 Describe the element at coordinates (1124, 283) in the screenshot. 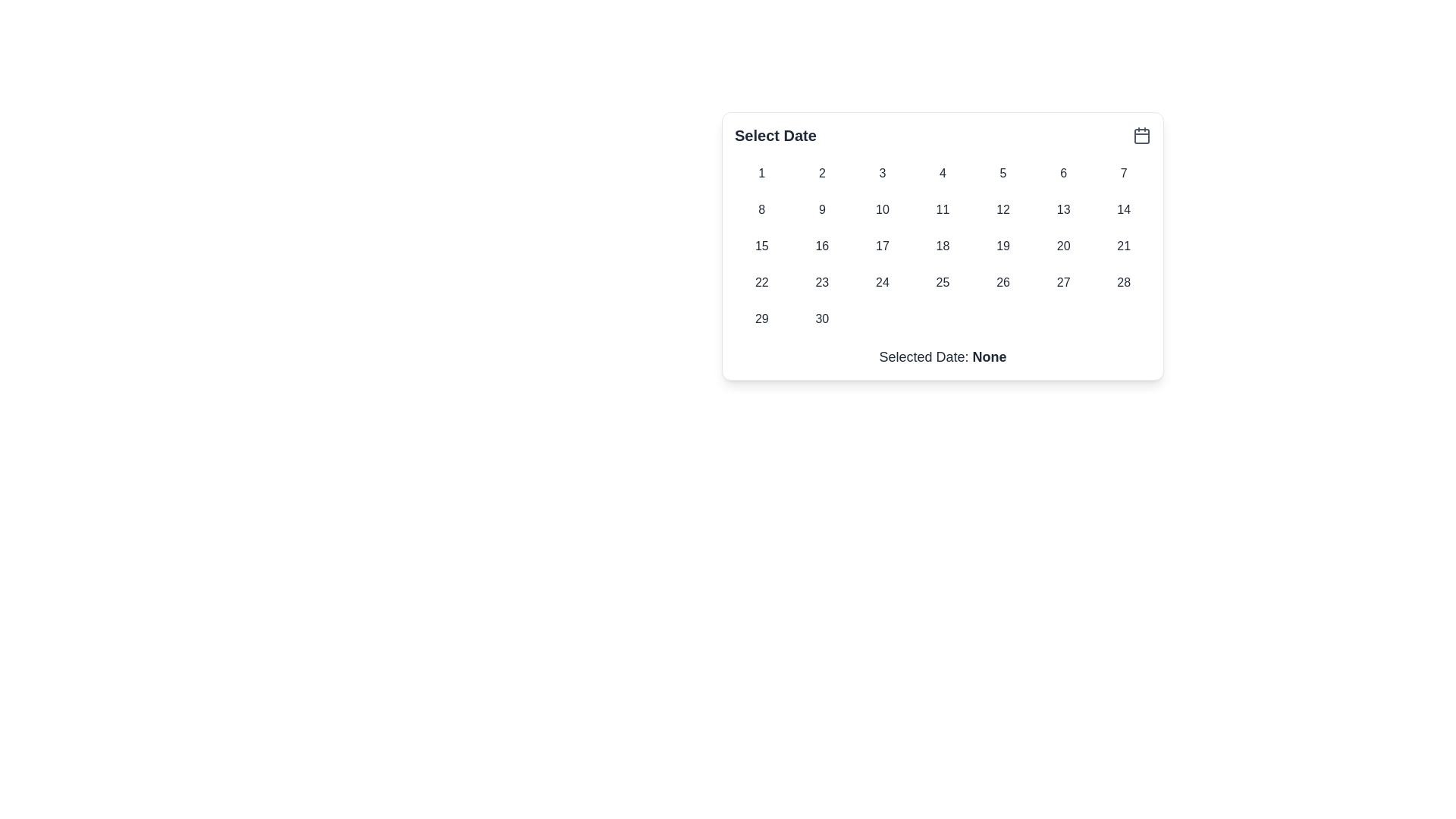

I see `the button displaying the number '28' in the seventh column of the fourth row under the 'Select Date' header` at that location.